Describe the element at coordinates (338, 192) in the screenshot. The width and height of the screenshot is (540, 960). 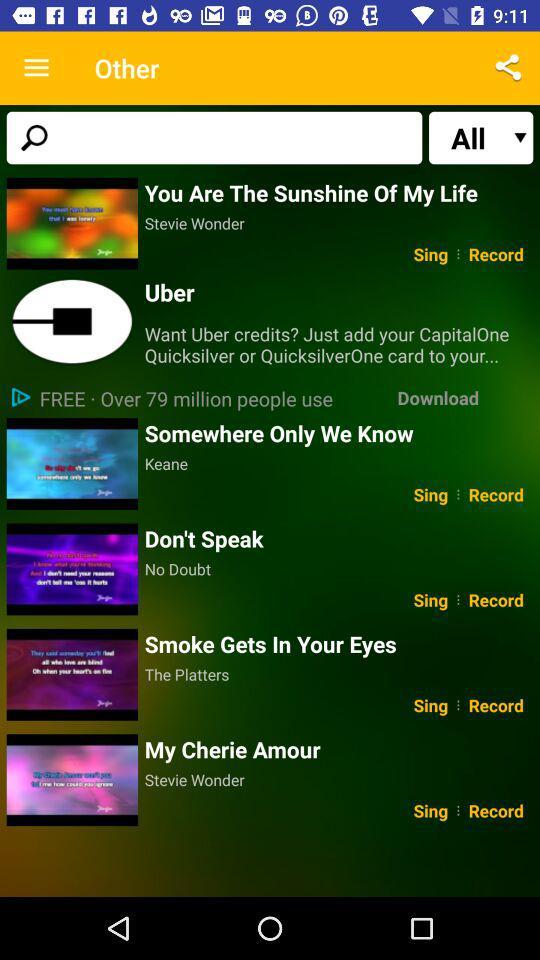
I see `you are the item` at that location.